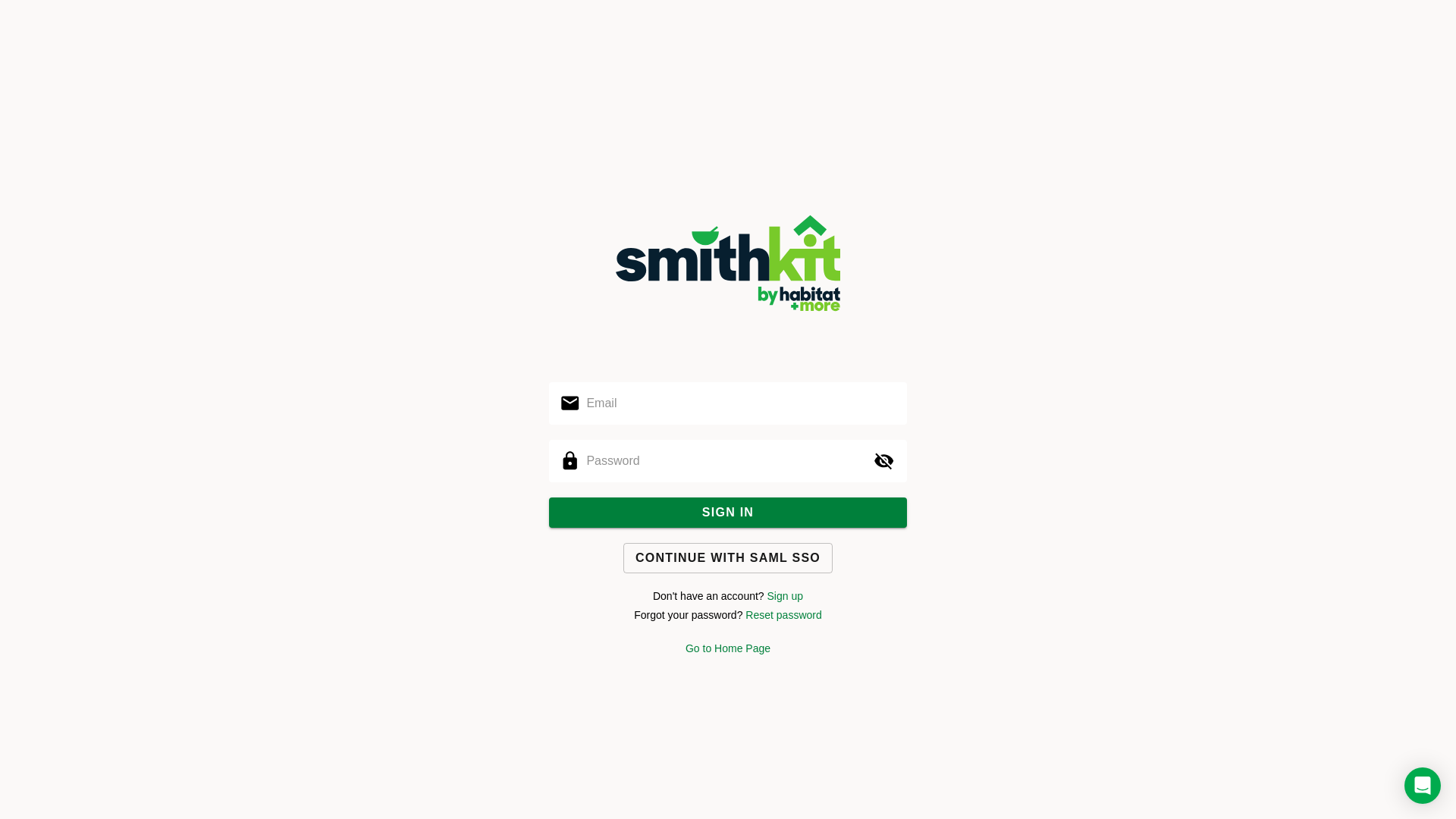  Describe the element at coordinates (684, 648) in the screenshot. I see `'Go to Home Page'` at that location.